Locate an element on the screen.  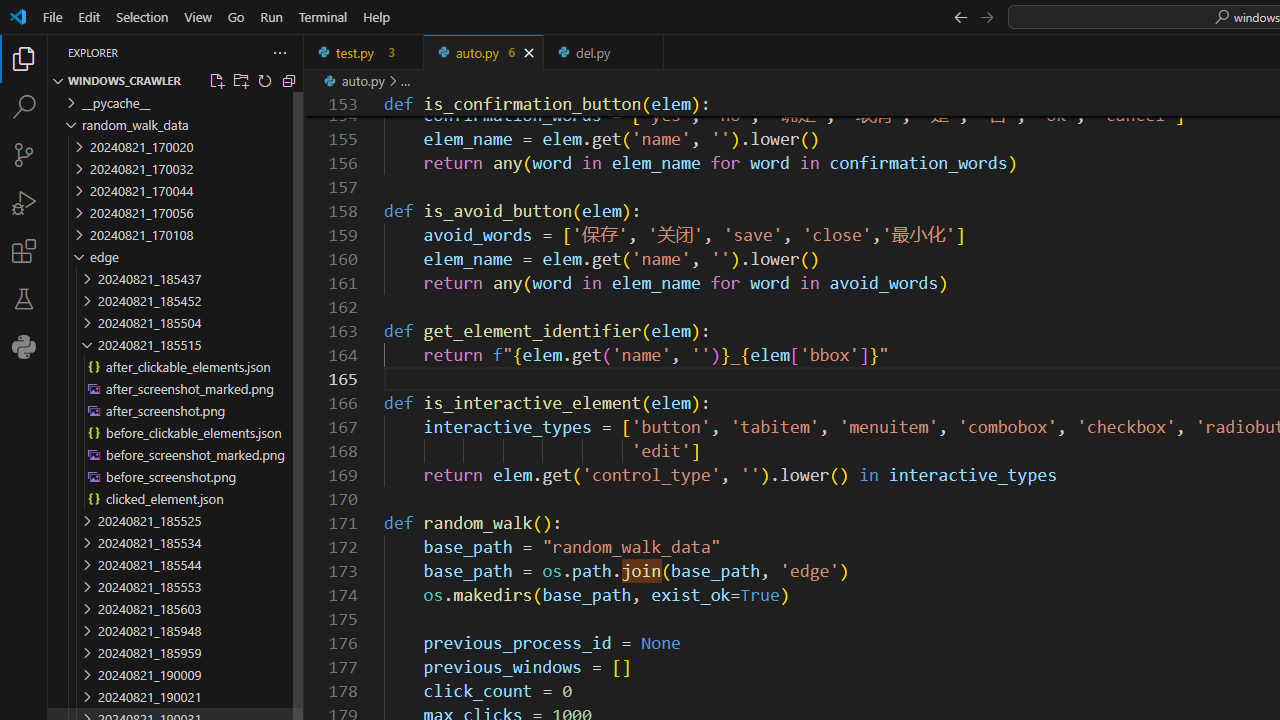
'Refresh Explorer' is located at coordinates (263, 80).